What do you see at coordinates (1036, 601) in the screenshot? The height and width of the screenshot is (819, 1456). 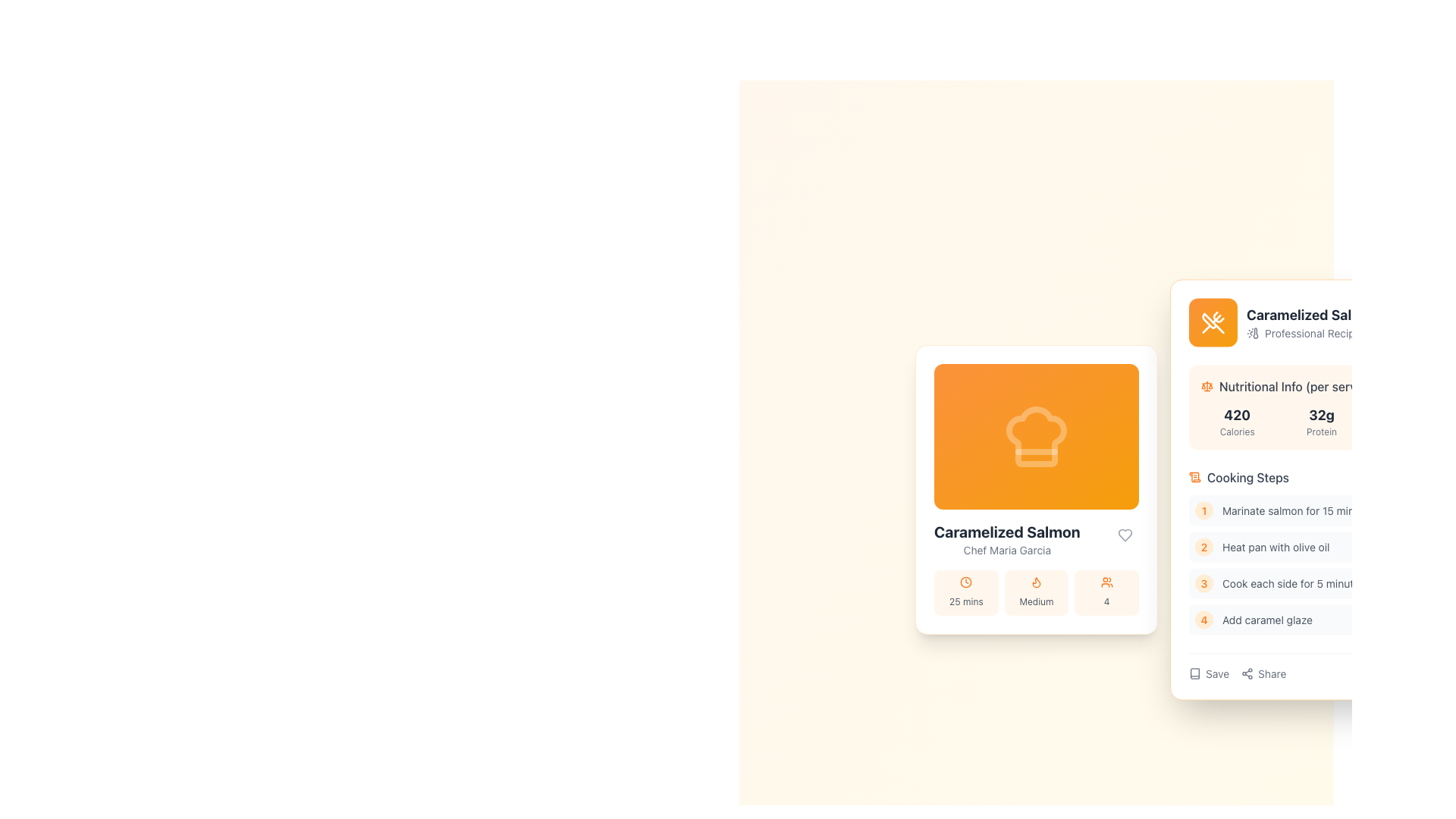 I see `text label displaying 'Medium' which is styled in a small gray font located beneath the flame icon on the recipe card` at bounding box center [1036, 601].